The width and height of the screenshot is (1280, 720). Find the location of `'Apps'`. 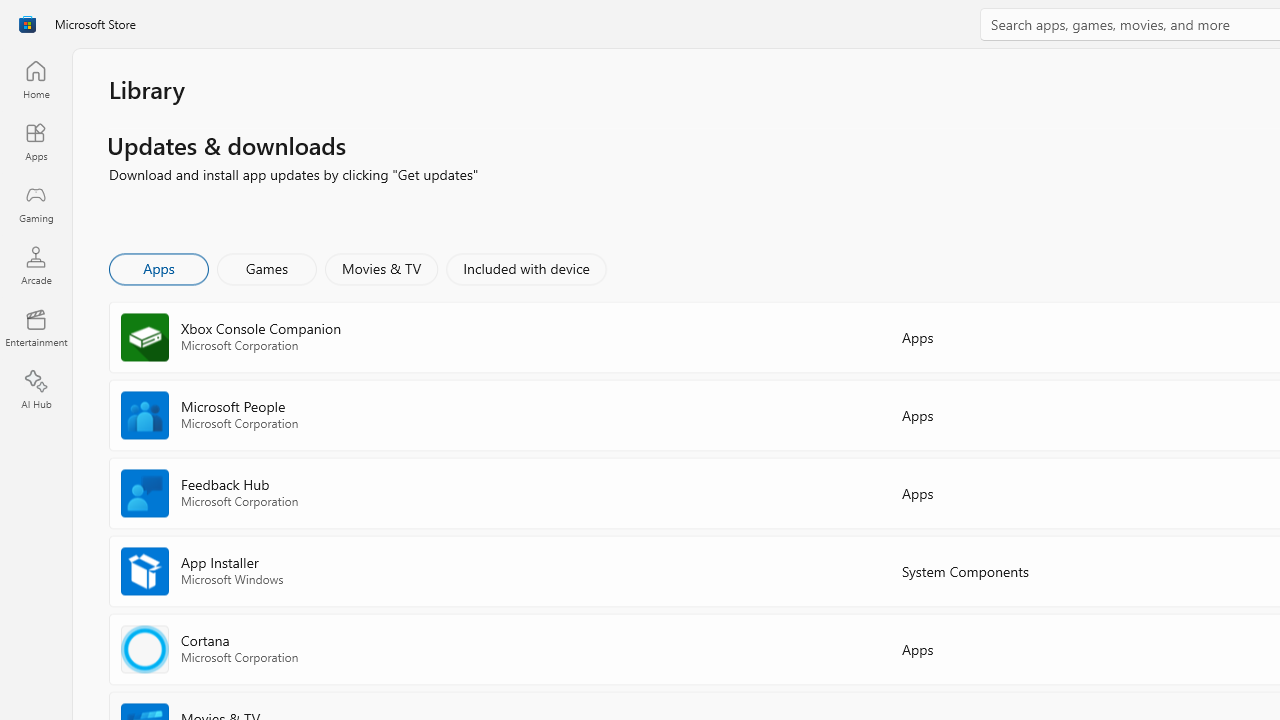

'Apps' is located at coordinates (157, 267).